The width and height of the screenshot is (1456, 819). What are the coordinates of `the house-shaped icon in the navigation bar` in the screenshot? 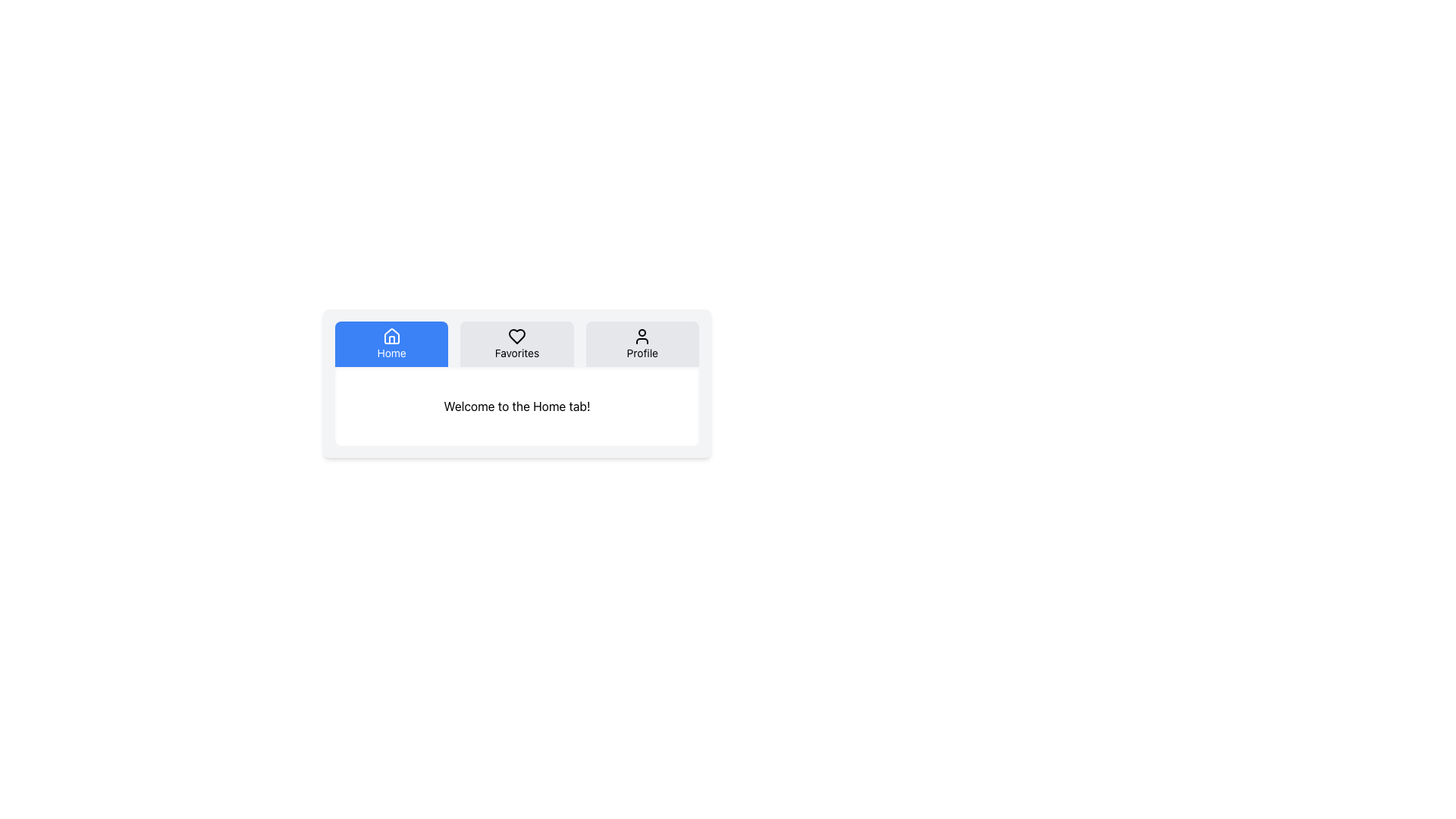 It's located at (391, 335).